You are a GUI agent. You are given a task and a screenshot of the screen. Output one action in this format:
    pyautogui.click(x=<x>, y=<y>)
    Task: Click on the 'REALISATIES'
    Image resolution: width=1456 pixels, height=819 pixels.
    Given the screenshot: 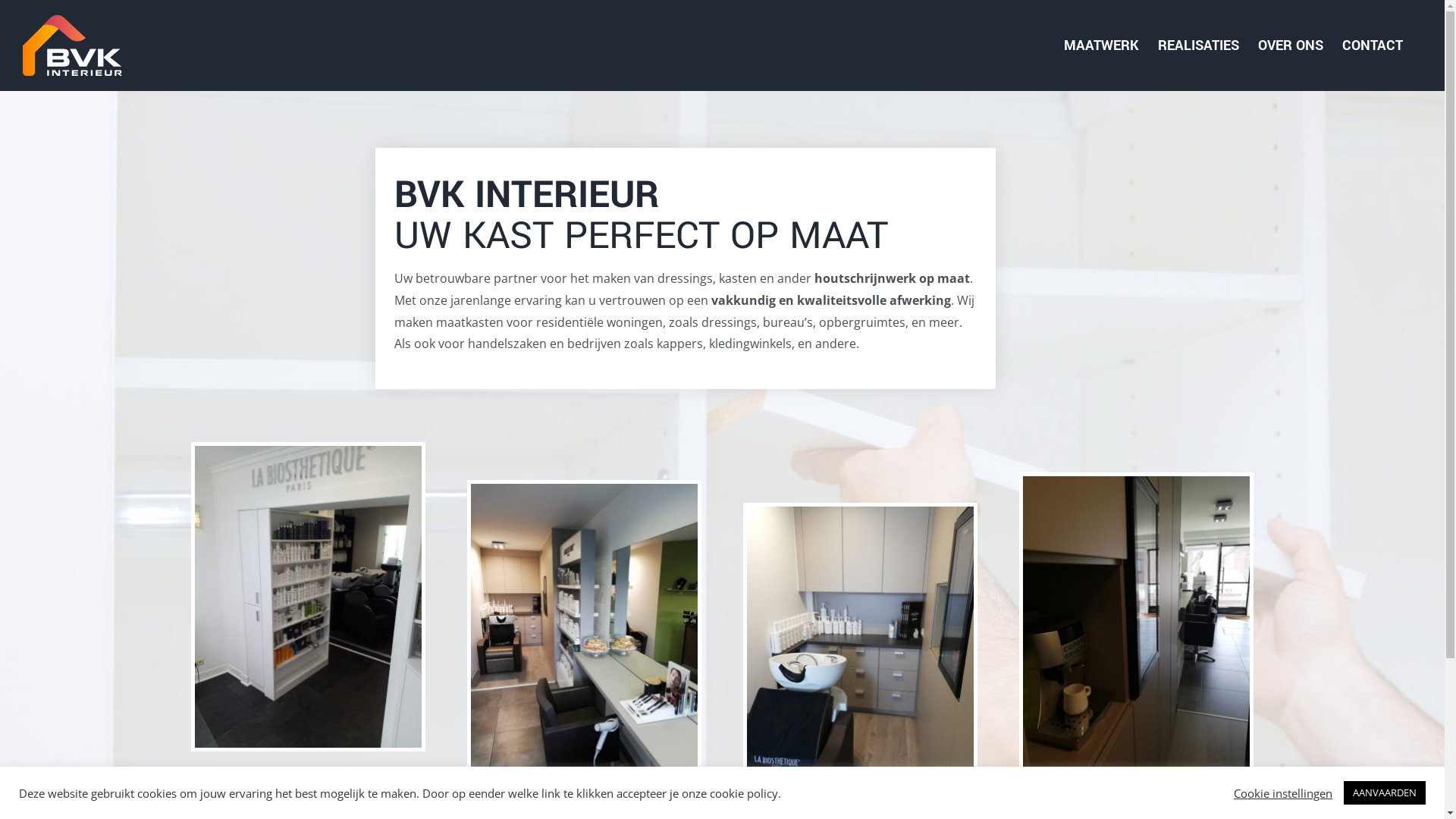 What is the action you would take?
    pyautogui.click(x=1197, y=45)
    